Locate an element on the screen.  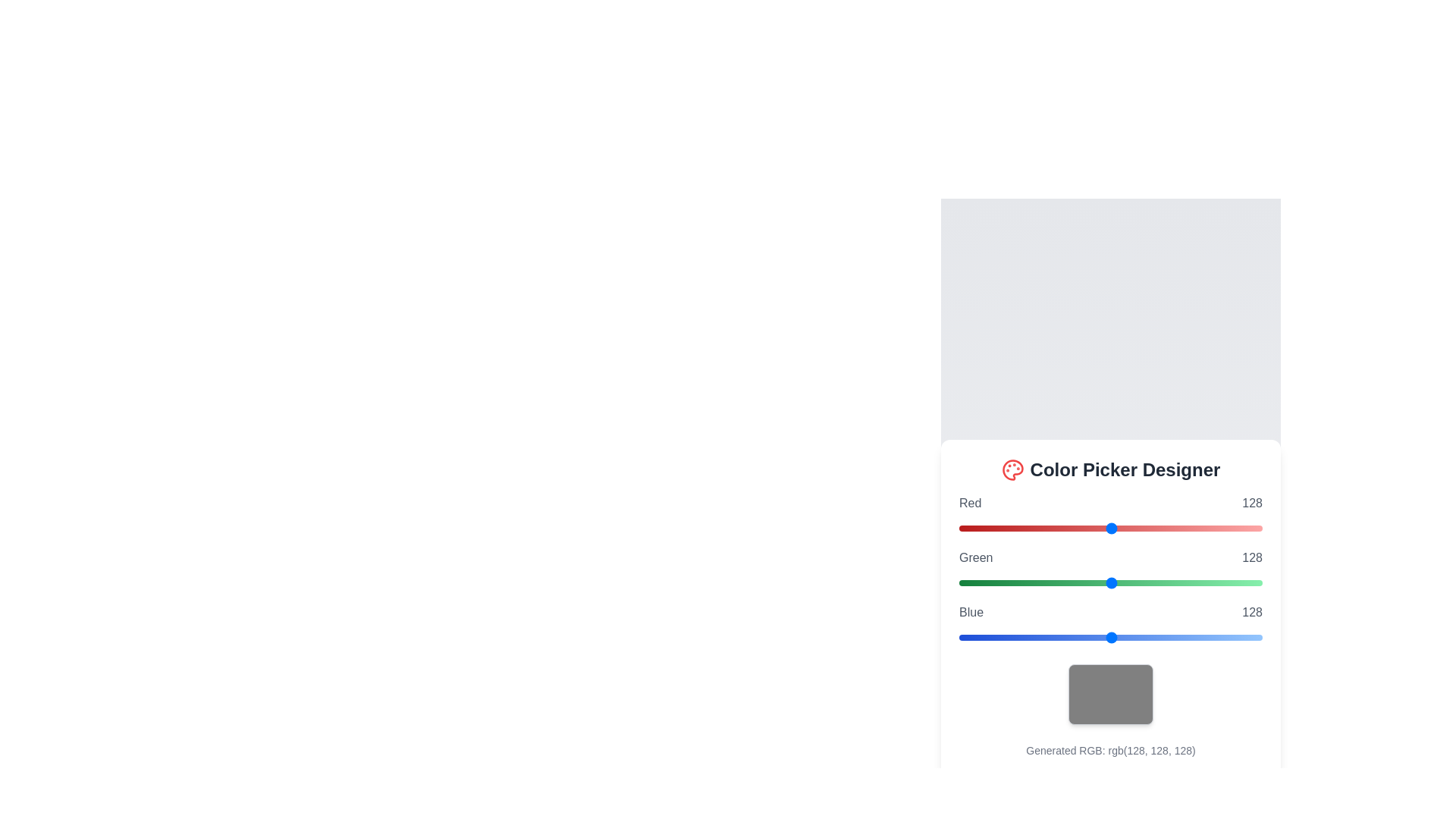
the green slider to set its value to 175 is located at coordinates (1166, 582).